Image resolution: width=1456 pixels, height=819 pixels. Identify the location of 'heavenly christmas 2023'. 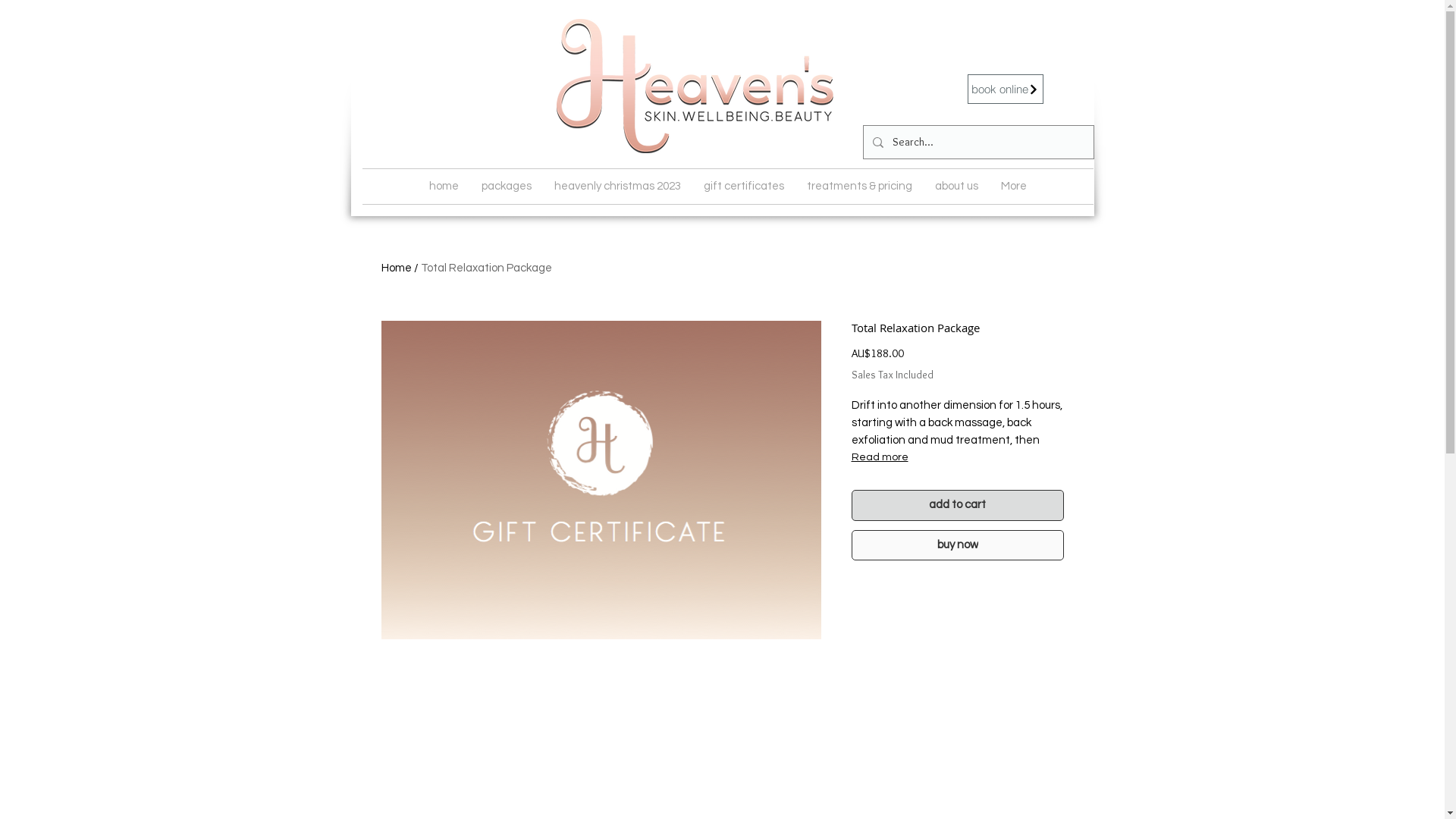
(617, 186).